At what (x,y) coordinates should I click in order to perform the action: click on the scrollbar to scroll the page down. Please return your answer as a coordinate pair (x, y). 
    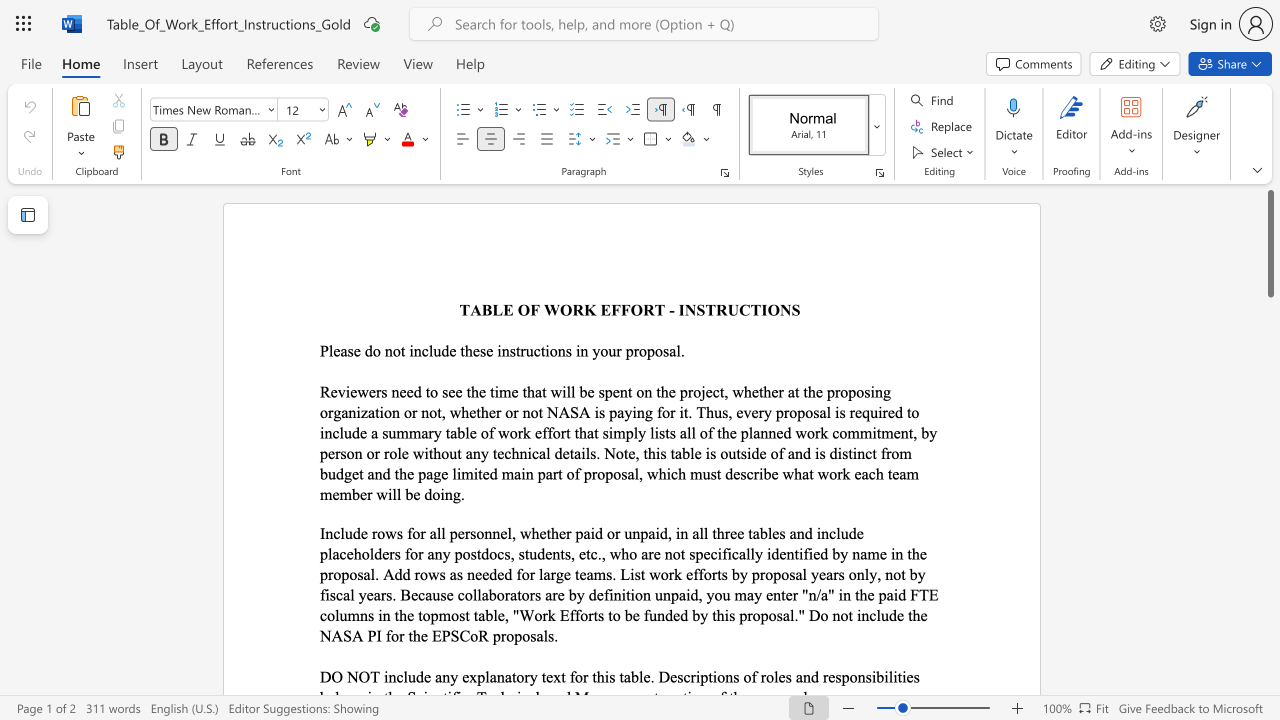
    Looking at the image, I should click on (1269, 588).